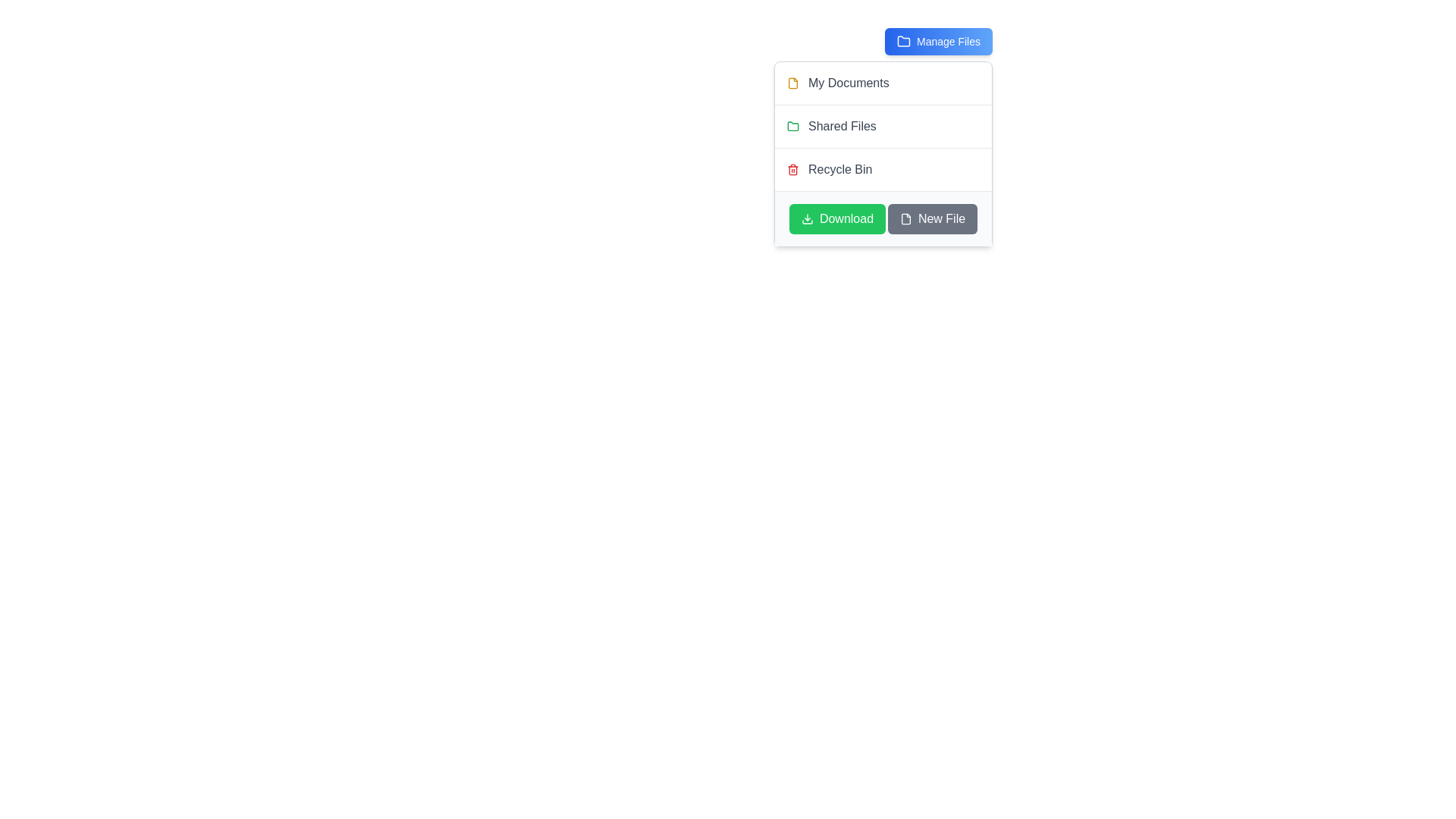 This screenshot has height=819, width=1456. I want to click on the 'New File' button which contains the icon serving as a visual indicator for creating or working with a new file, located to the left of the text 'New File', so click(905, 219).